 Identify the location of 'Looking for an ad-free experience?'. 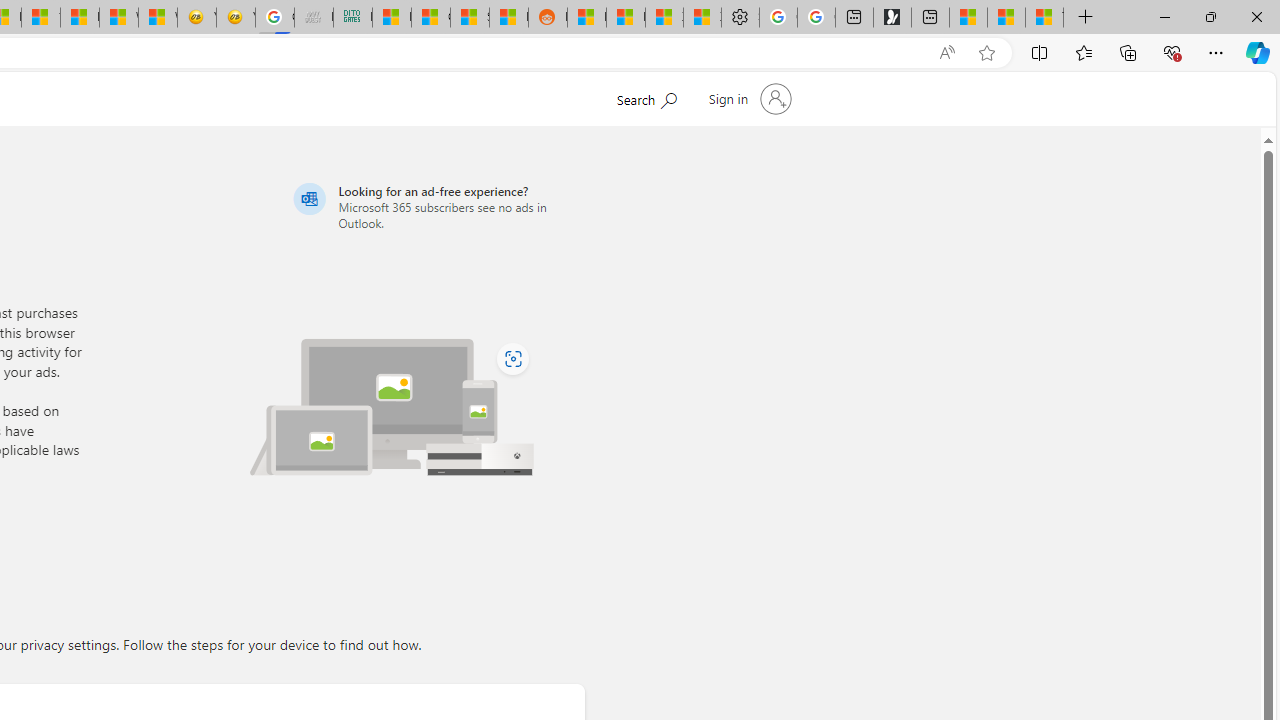
(435, 206).